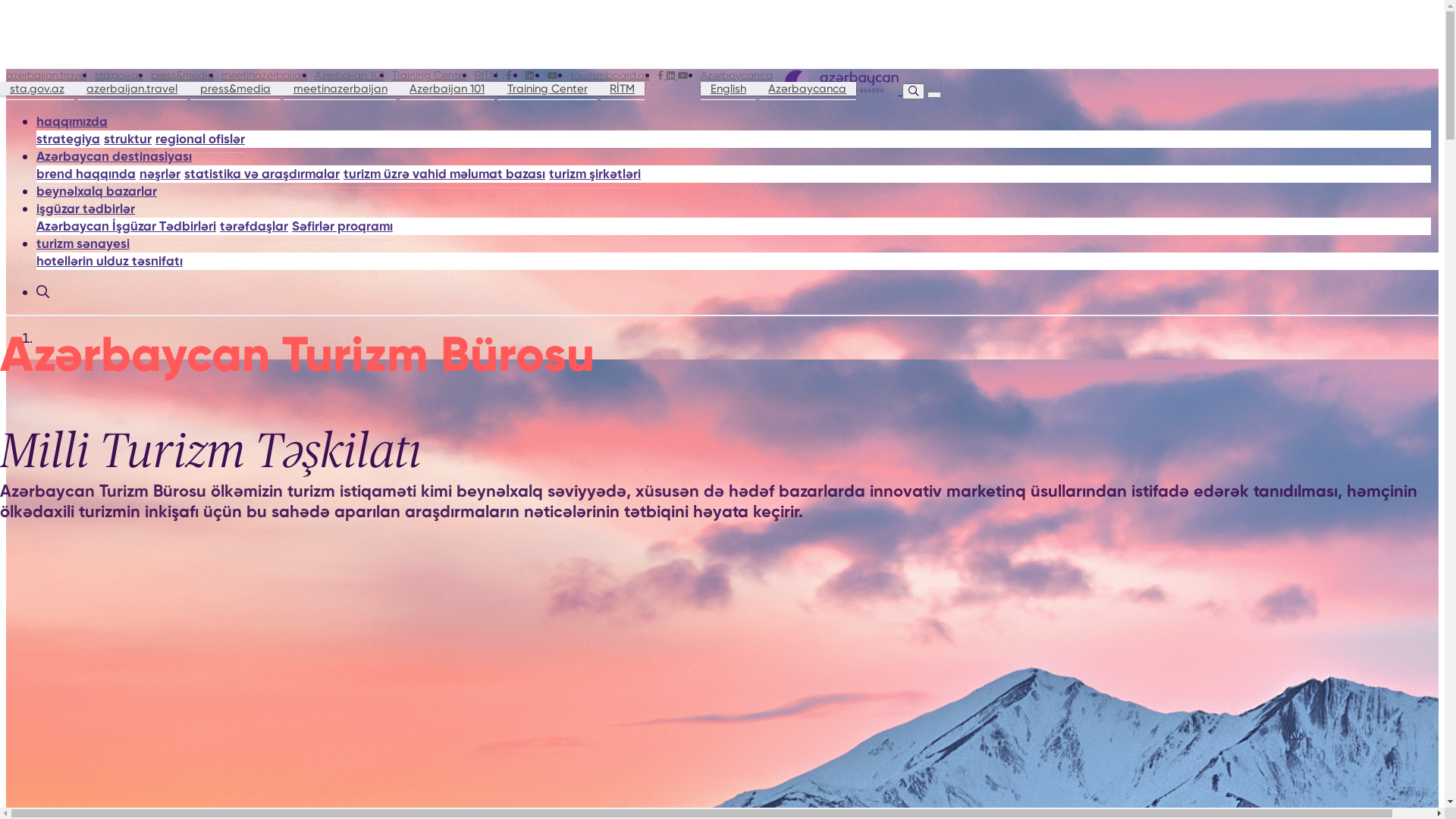  Describe the element at coordinates (264, 75) in the screenshot. I see `'meetinazerbaijan'` at that location.